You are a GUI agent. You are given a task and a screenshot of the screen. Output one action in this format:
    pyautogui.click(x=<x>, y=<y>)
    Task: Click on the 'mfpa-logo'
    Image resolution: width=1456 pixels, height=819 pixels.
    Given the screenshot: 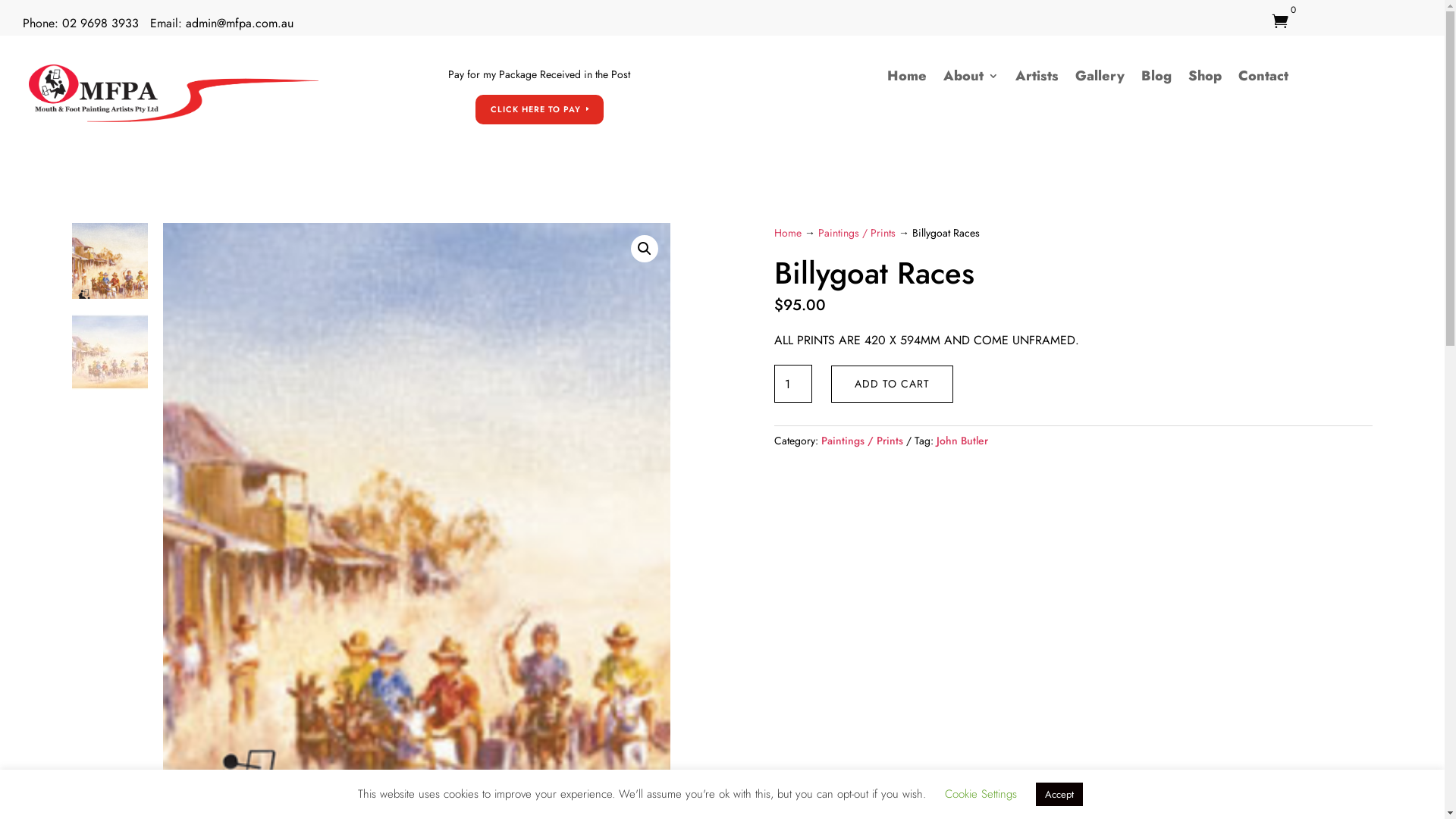 What is the action you would take?
    pyautogui.click(x=174, y=93)
    